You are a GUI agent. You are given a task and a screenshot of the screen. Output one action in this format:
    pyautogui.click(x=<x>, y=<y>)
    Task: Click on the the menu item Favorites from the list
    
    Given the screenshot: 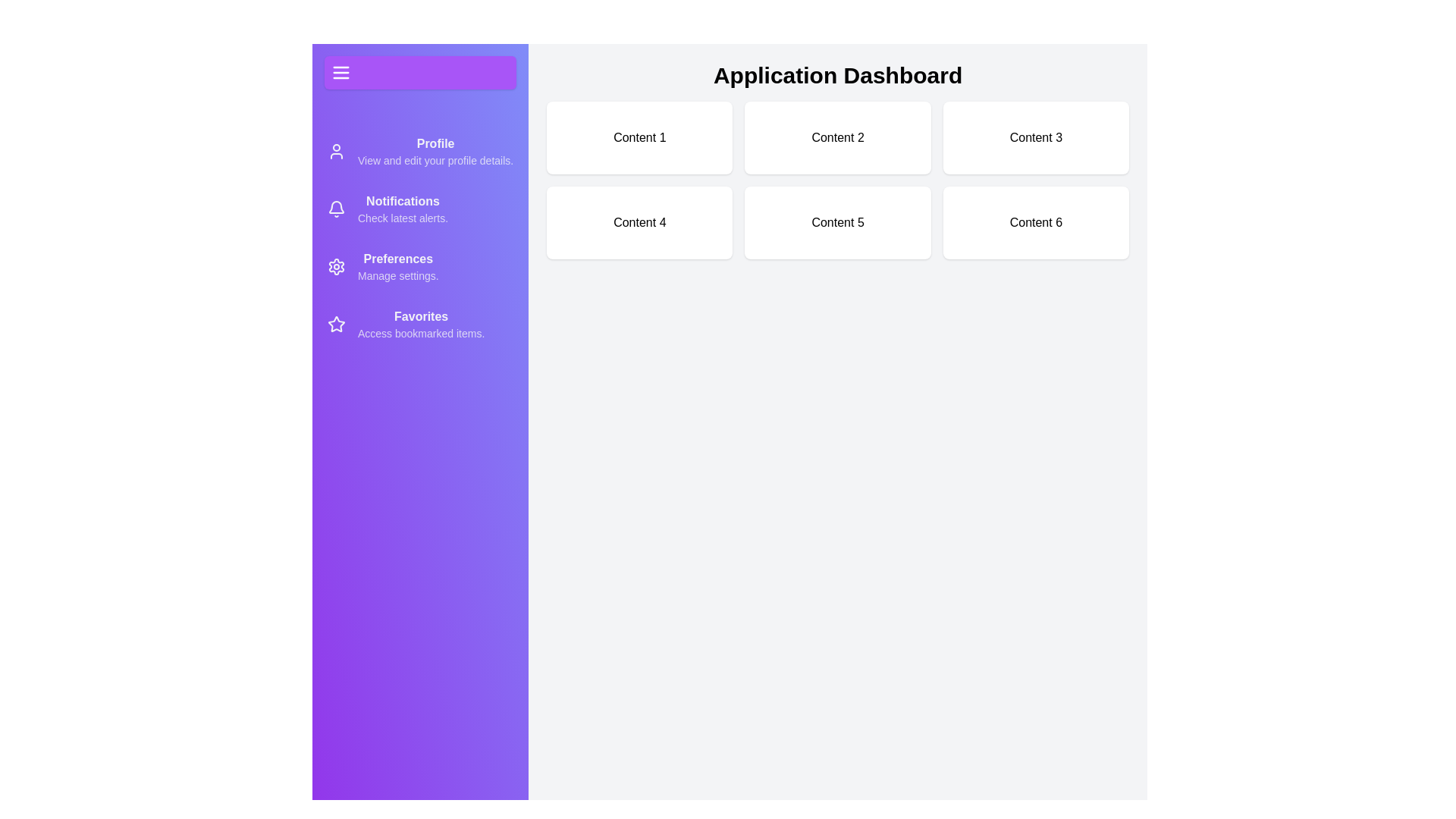 What is the action you would take?
    pyautogui.click(x=419, y=324)
    